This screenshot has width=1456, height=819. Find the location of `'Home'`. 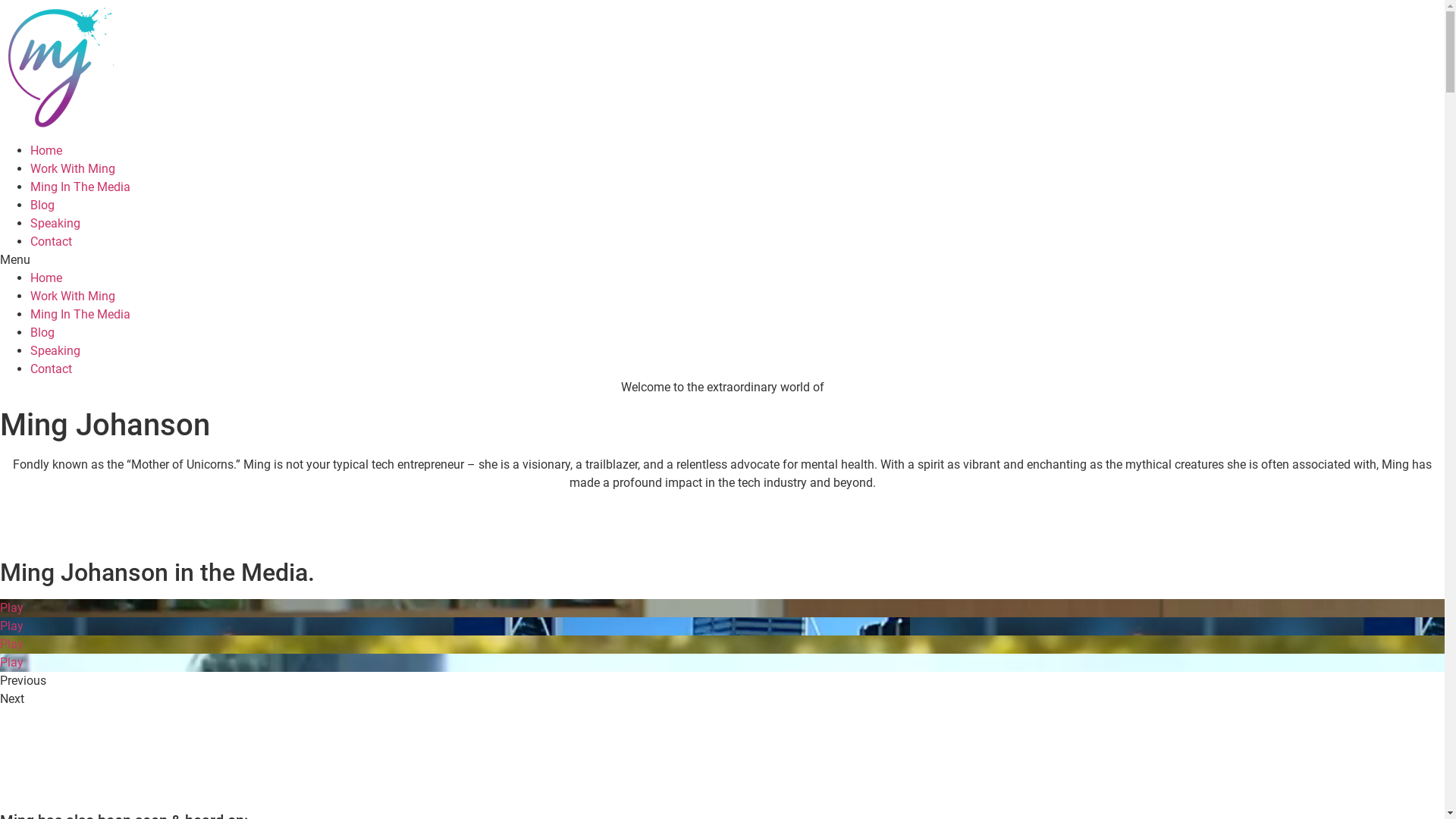

'Home' is located at coordinates (46, 278).